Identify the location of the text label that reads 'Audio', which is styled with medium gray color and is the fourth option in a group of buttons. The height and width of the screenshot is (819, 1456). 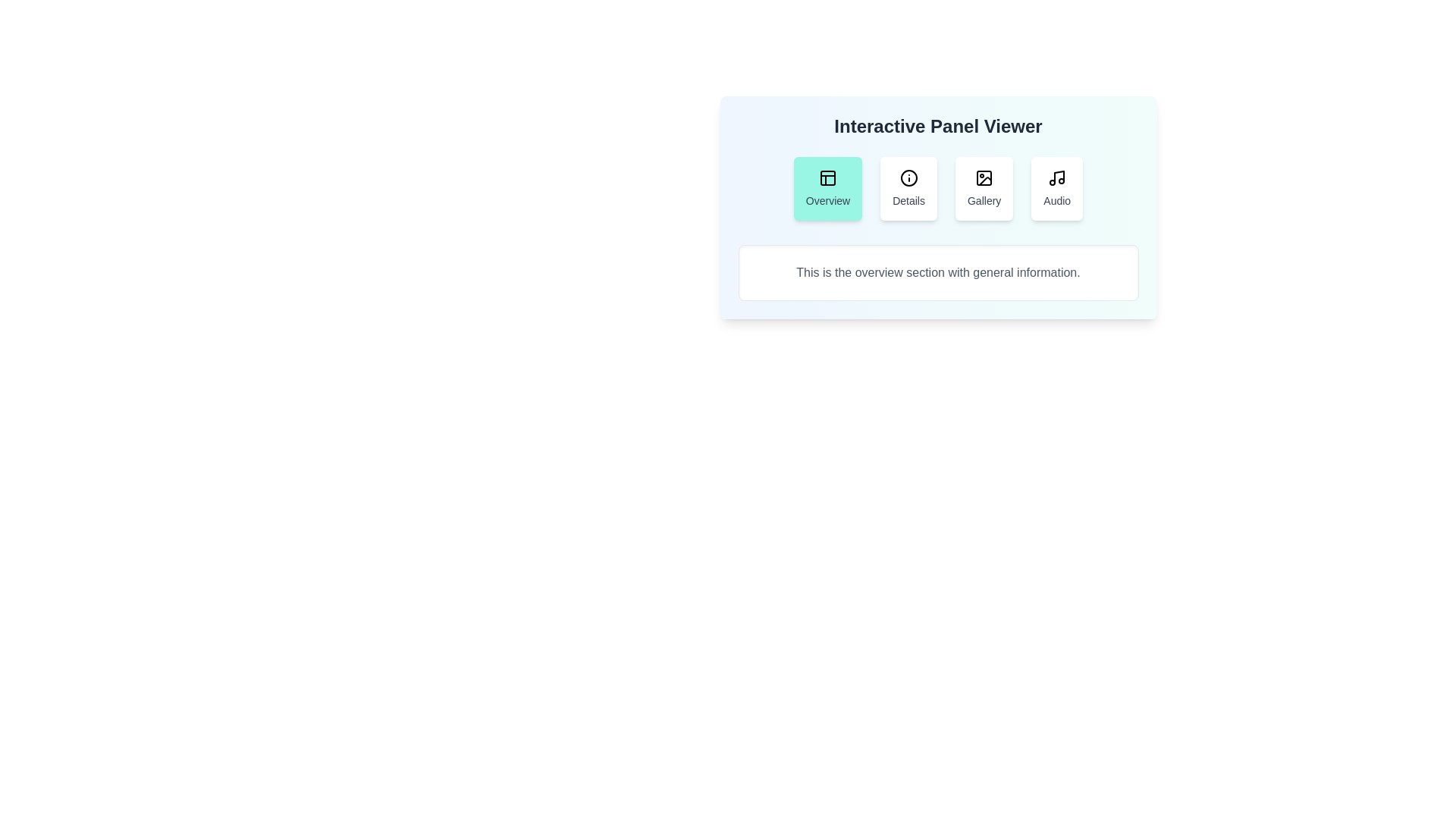
(1056, 200).